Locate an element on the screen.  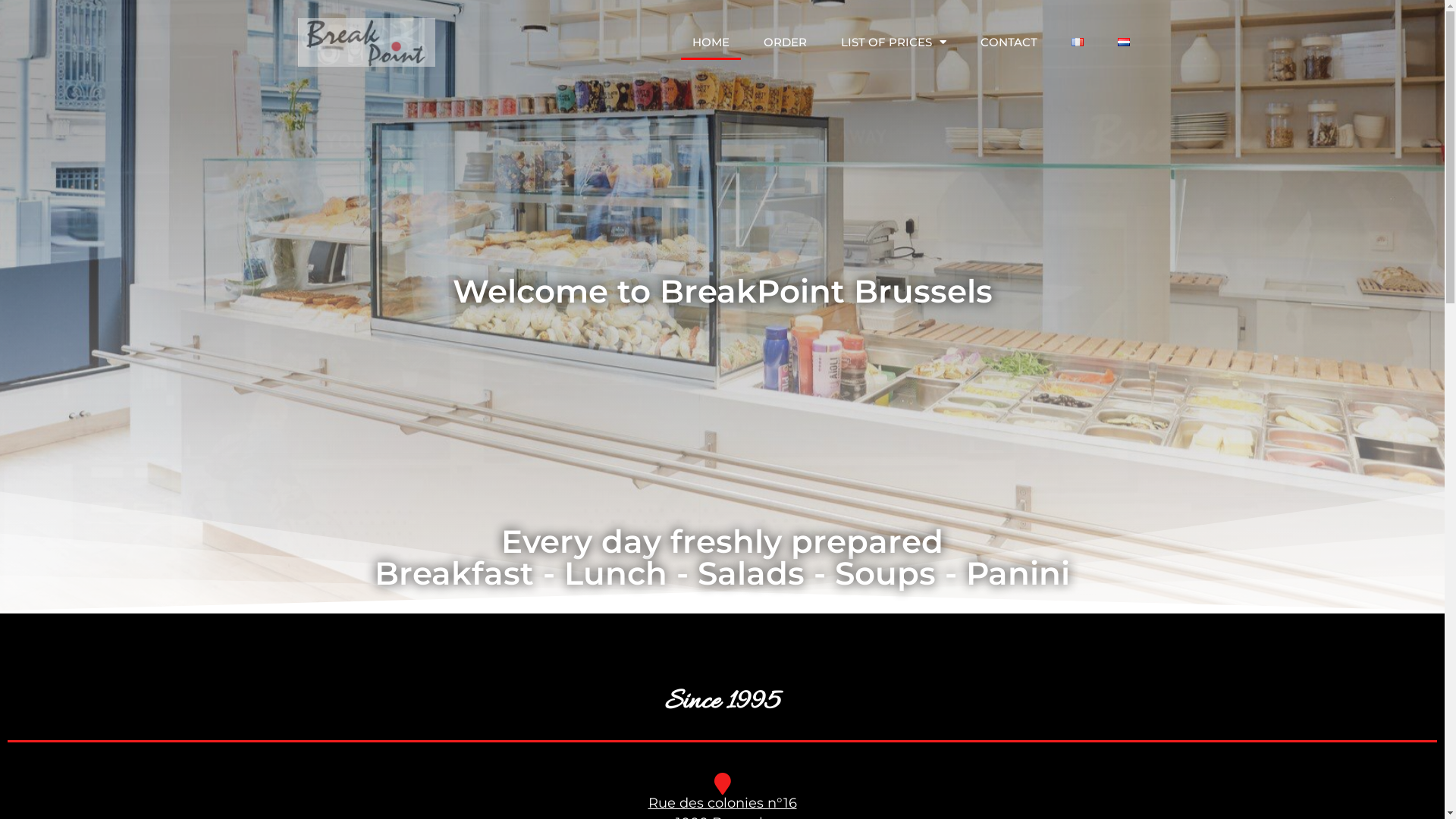
'CONTACT' is located at coordinates (1009, 42).